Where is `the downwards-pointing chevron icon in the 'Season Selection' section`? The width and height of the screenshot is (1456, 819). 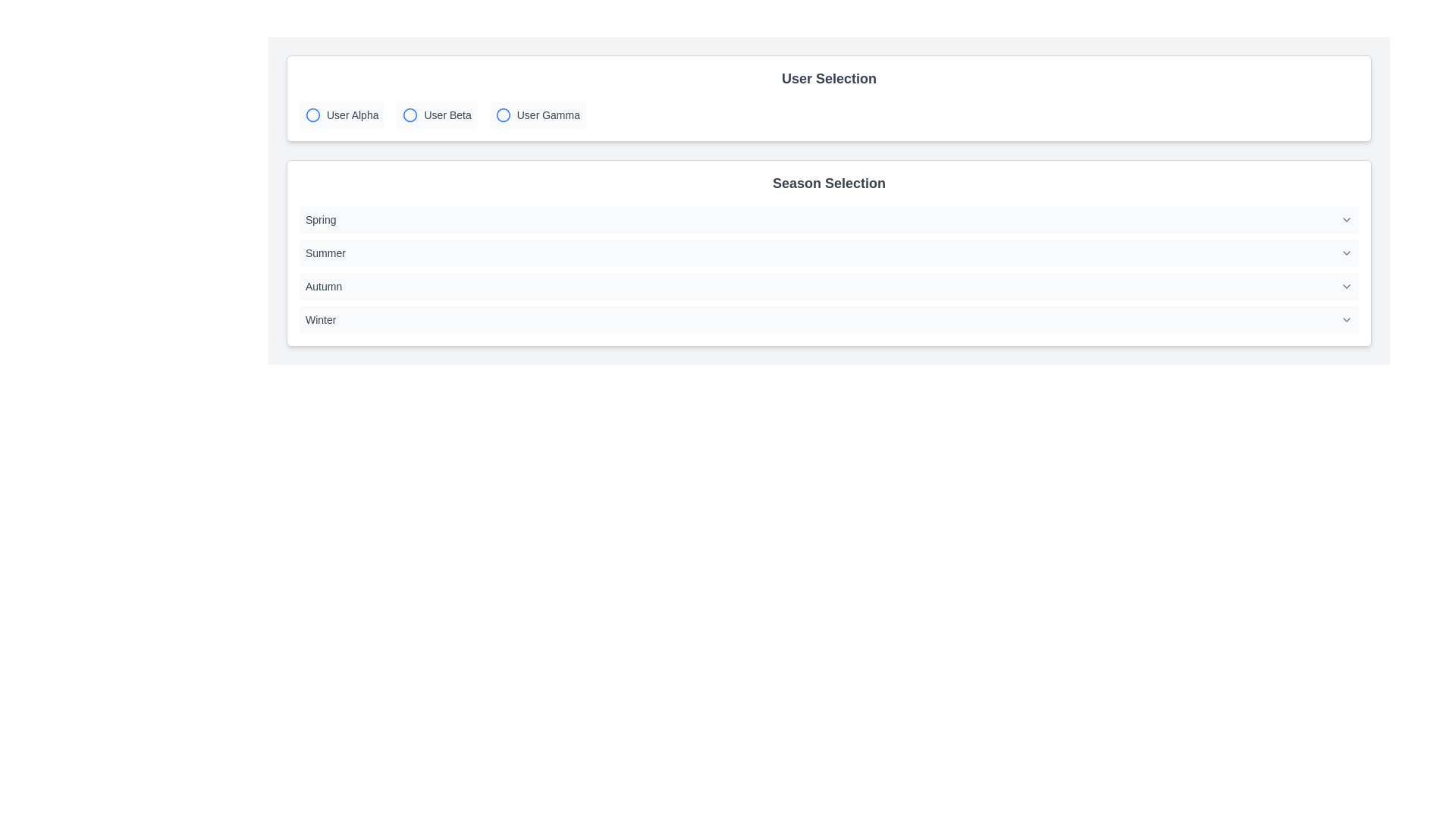
the downwards-pointing chevron icon in the 'Season Selection' section is located at coordinates (1347, 253).